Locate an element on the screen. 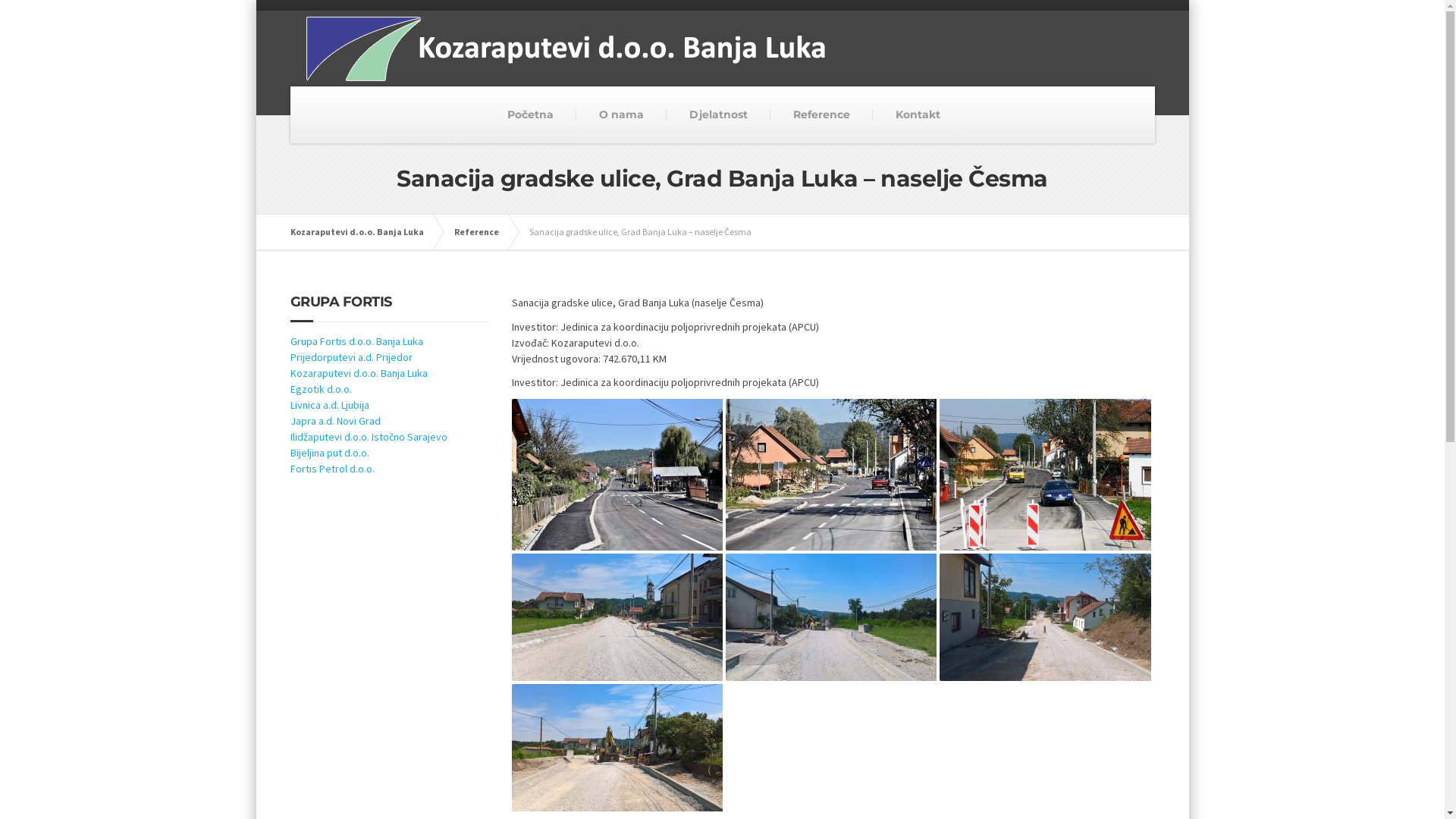 The height and width of the screenshot is (819, 1456). 'Djelatnost' is located at coordinates (717, 114).